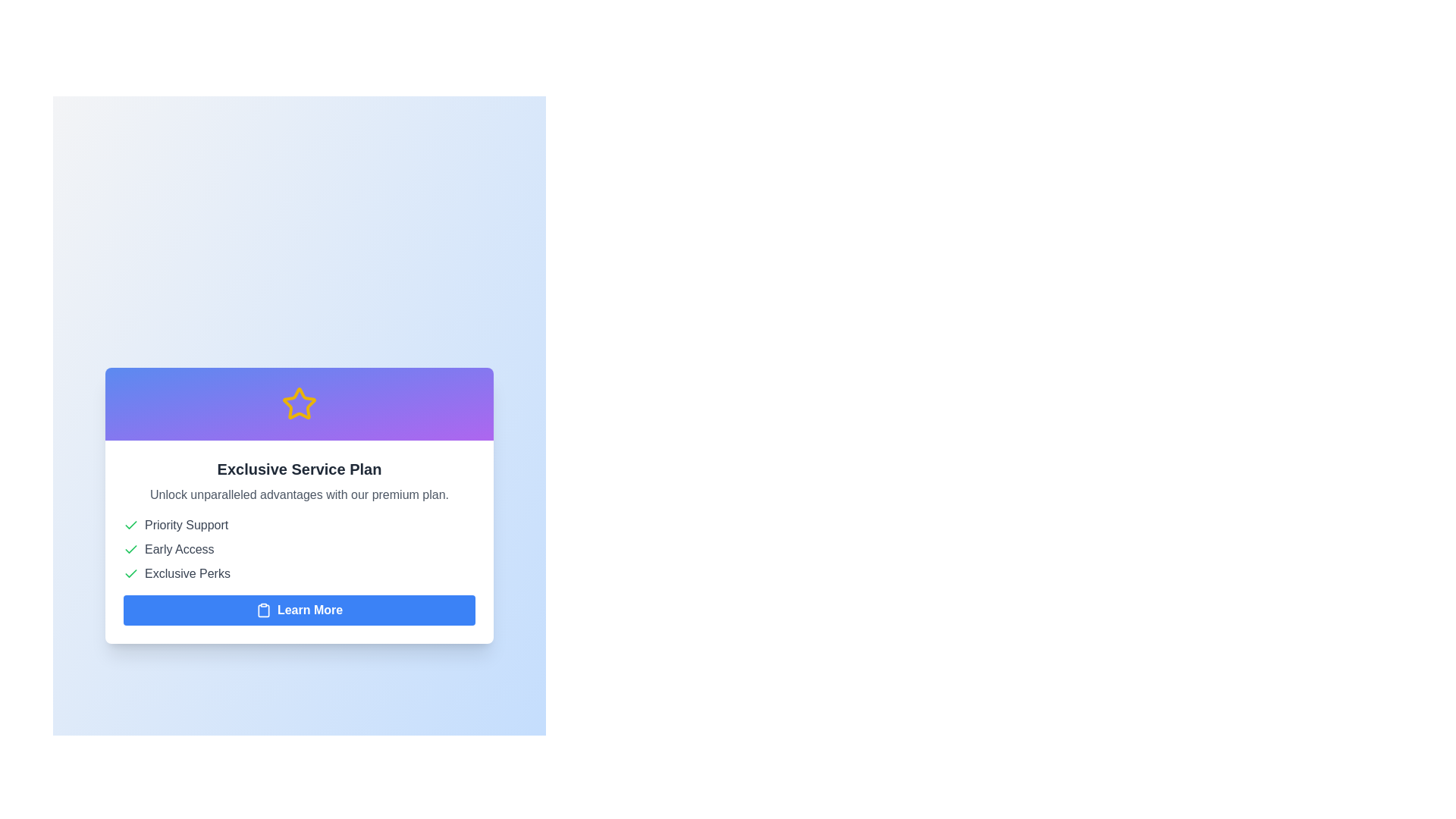  Describe the element at coordinates (263, 610) in the screenshot. I see `the clipboard icon located to the left of the 'Learn More' button within the blue rectangular button at the bottom of the card` at that location.